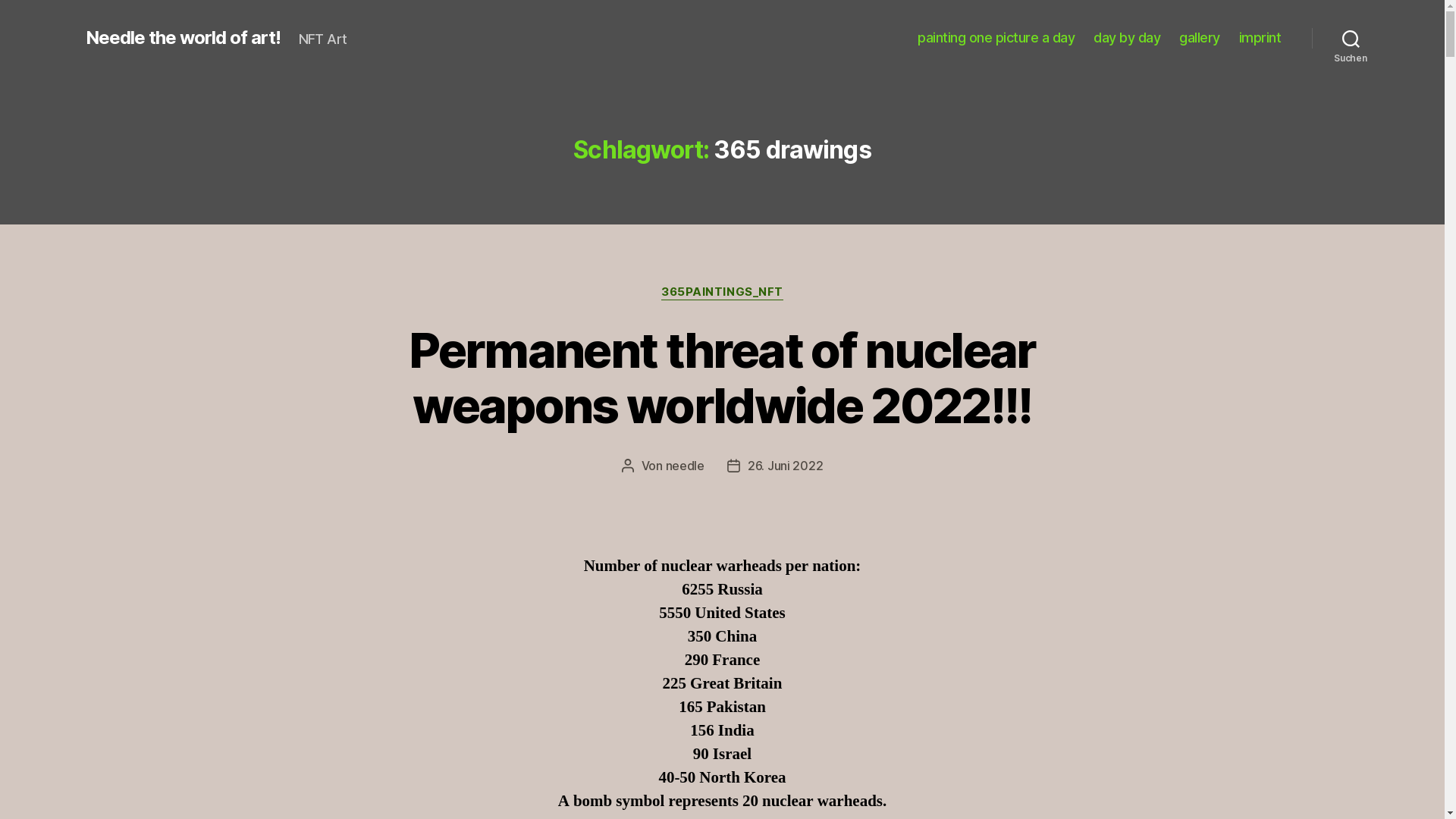 This screenshot has height=819, width=1456. What do you see at coordinates (1199, 37) in the screenshot?
I see `'gallery'` at bounding box center [1199, 37].